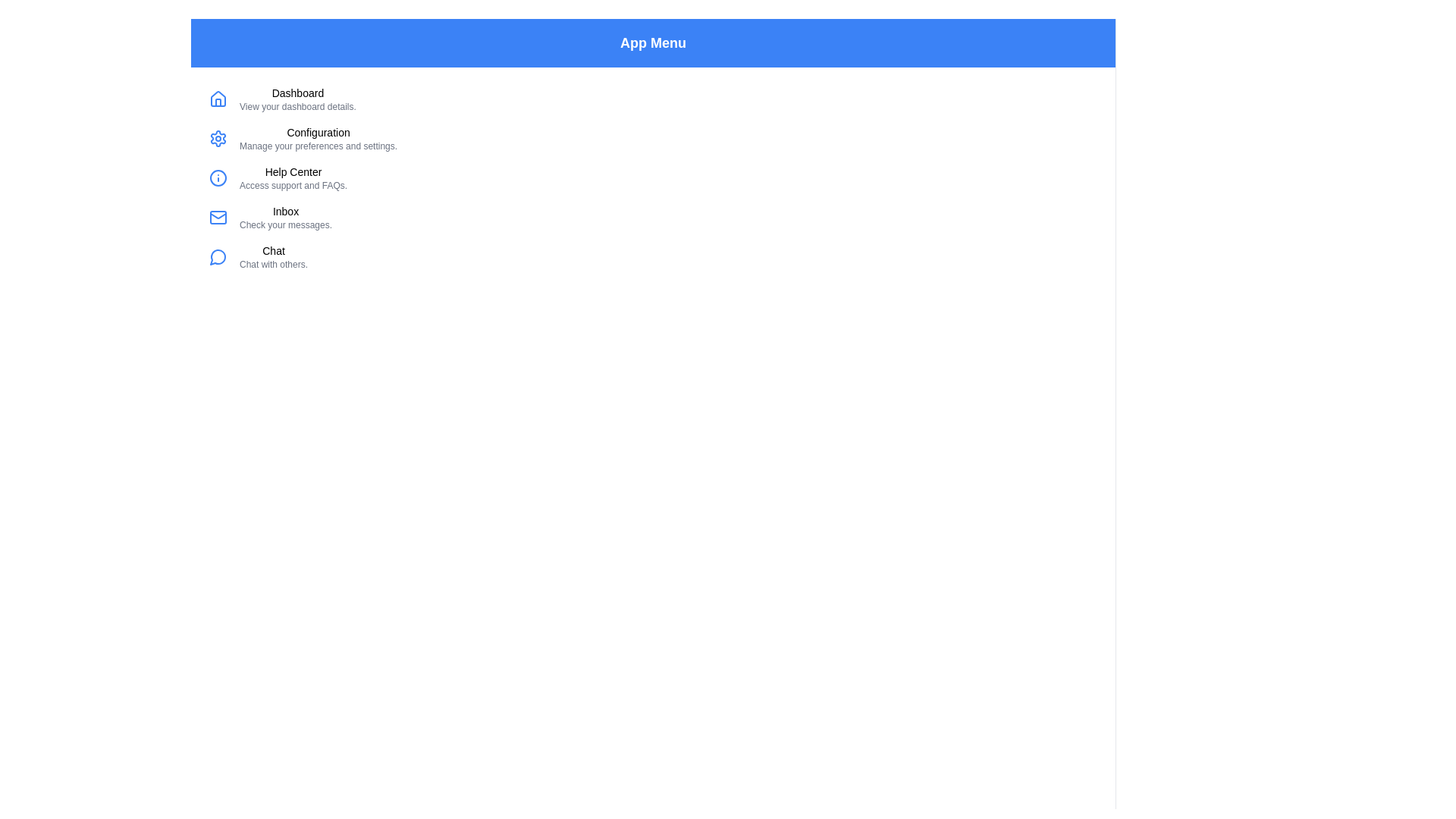 The height and width of the screenshot is (819, 1456). What do you see at coordinates (653, 42) in the screenshot?
I see `the 'App Menu' text label, which is styled in bold white font on a blue background, located at the top center of the page` at bounding box center [653, 42].